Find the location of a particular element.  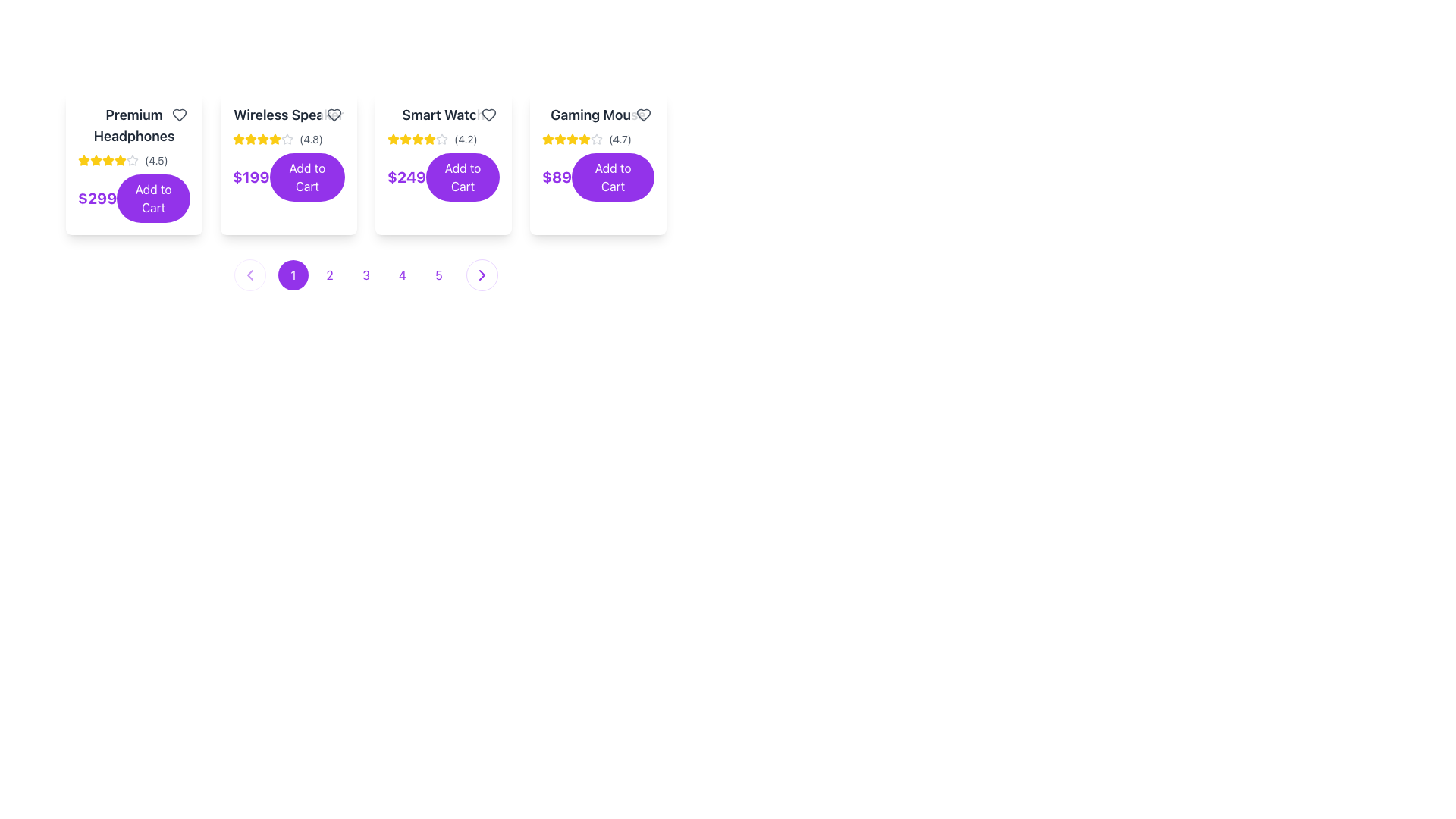

the heart-shaped icon in the top-right corner of the 'Smart Watch' card is located at coordinates (488, 114).